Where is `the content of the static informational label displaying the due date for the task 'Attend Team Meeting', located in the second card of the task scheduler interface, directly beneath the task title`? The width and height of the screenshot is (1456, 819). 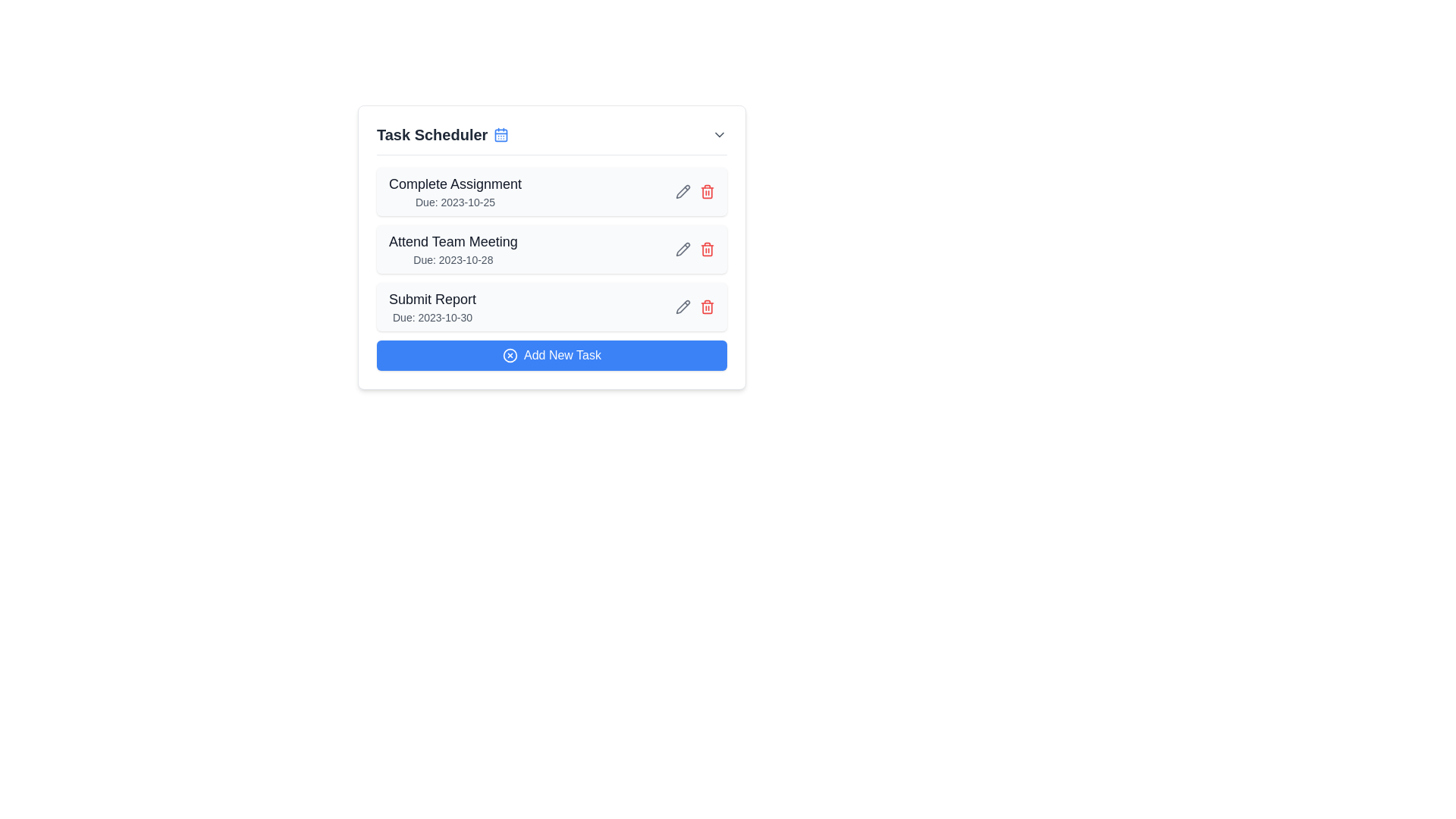 the content of the static informational label displaying the due date for the task 'Attend Team Meeting', located in the second card of the task scheduler interface, directly beneath the task title is located at coordinates (452, 259).